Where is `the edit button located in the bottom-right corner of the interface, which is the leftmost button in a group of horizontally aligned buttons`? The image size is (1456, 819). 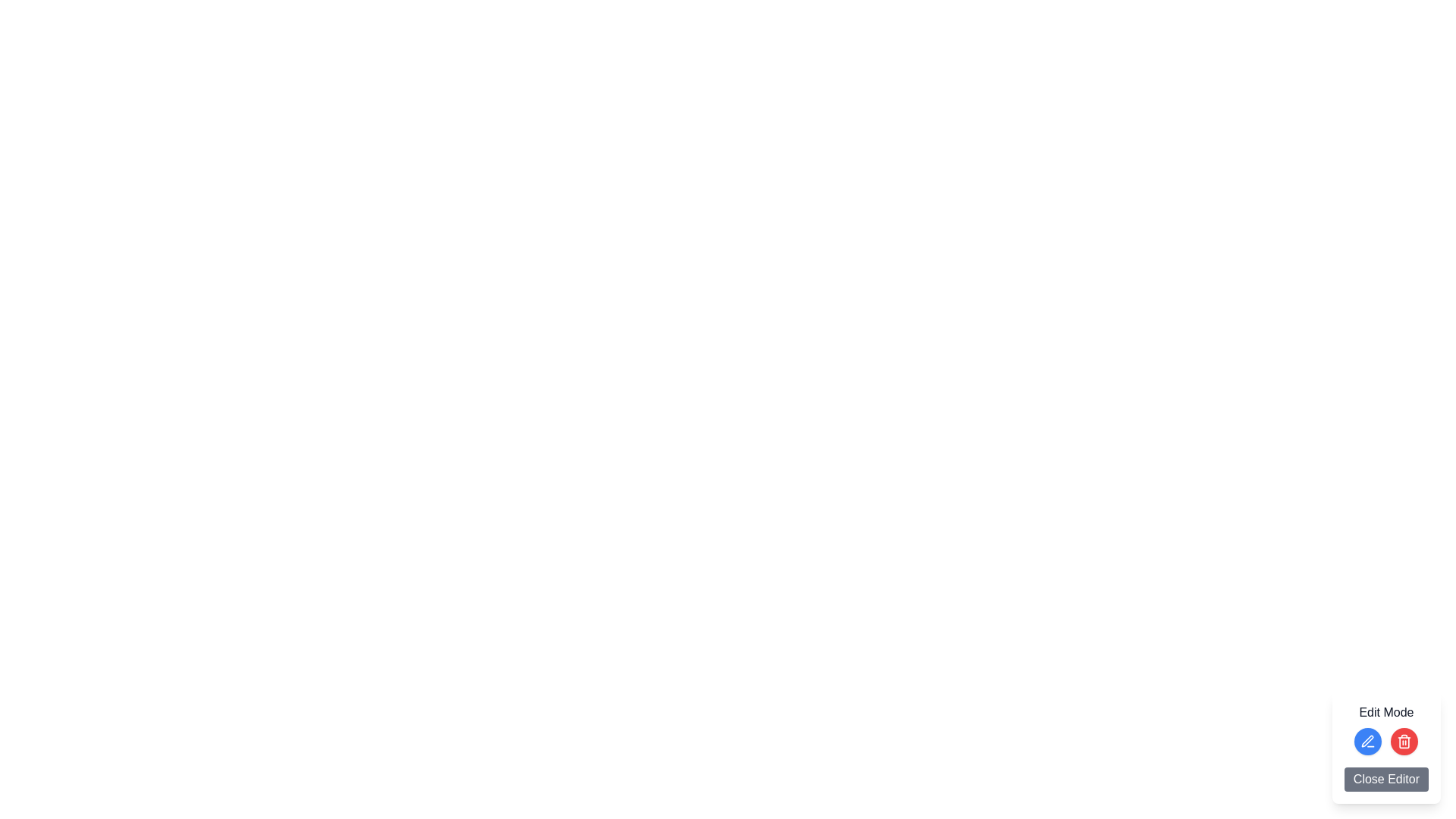
the edit button located in the bottom-right corner of the interface, which is the leftmost button in a group of horizontally aligned buttons is located at coordinates (1368, 741).